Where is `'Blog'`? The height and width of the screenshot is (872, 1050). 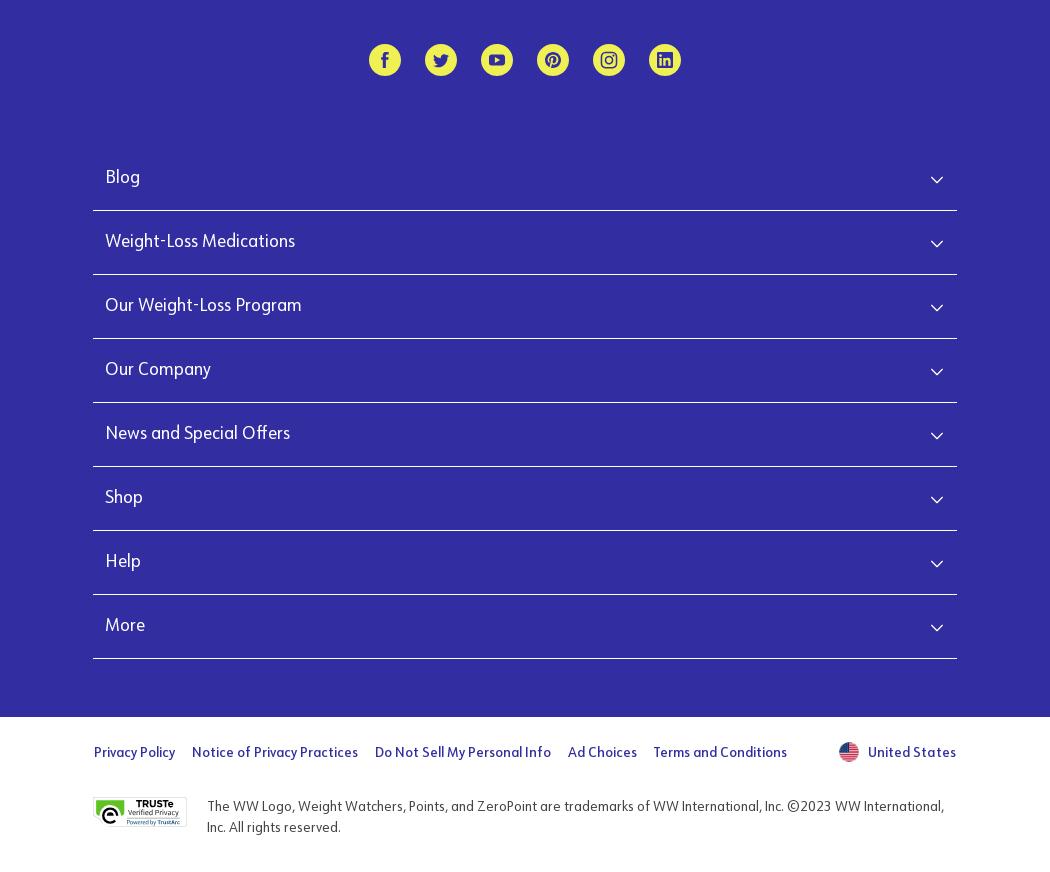 'Blog' is located at coordinates (121, 177).